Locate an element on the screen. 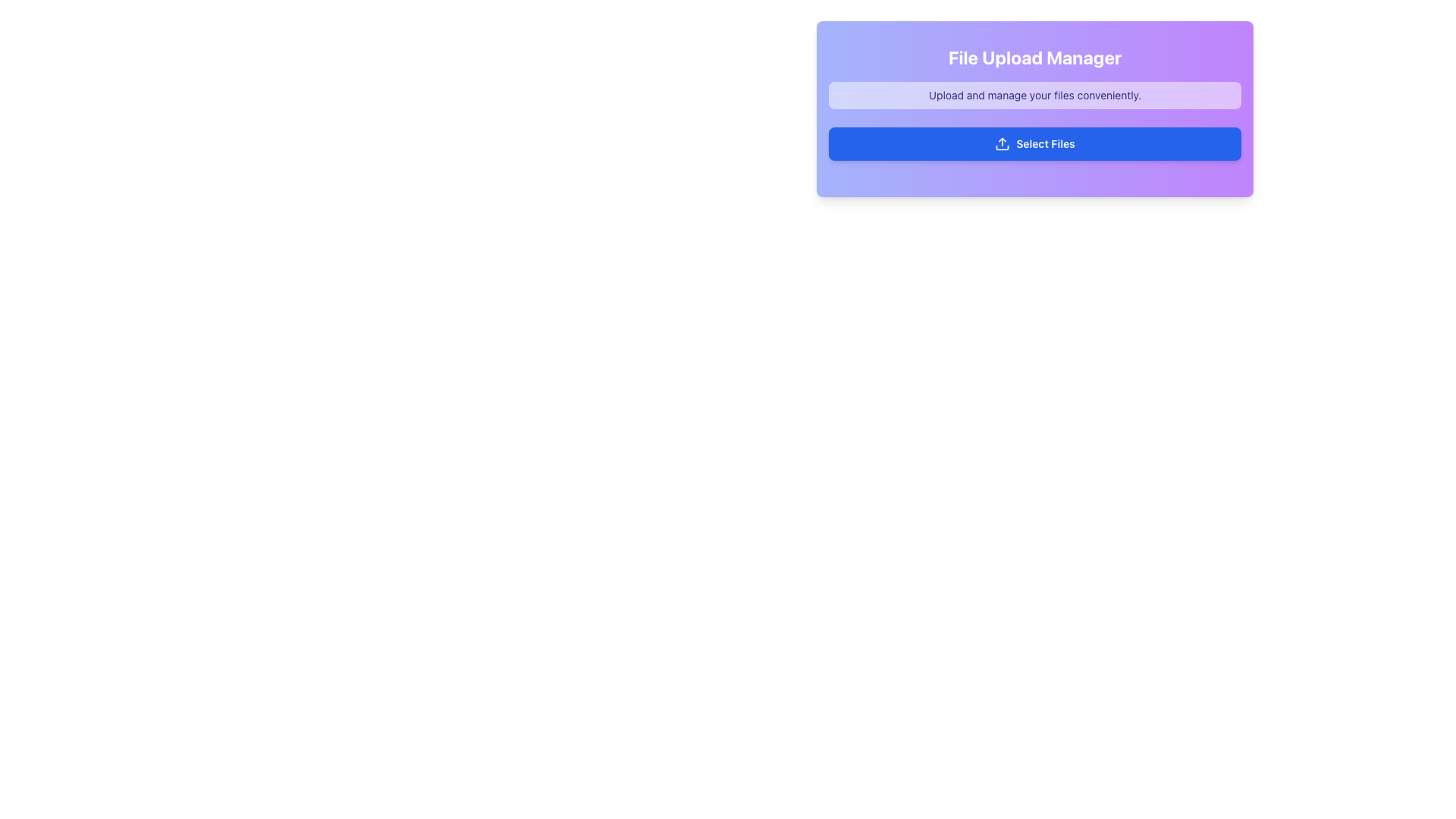 This screenshot has width=1456, height=819. the 'Select Files' button, which is a deep blue rounded rectangular button with white text and an upload icon is located at coordinates (1034, 143).